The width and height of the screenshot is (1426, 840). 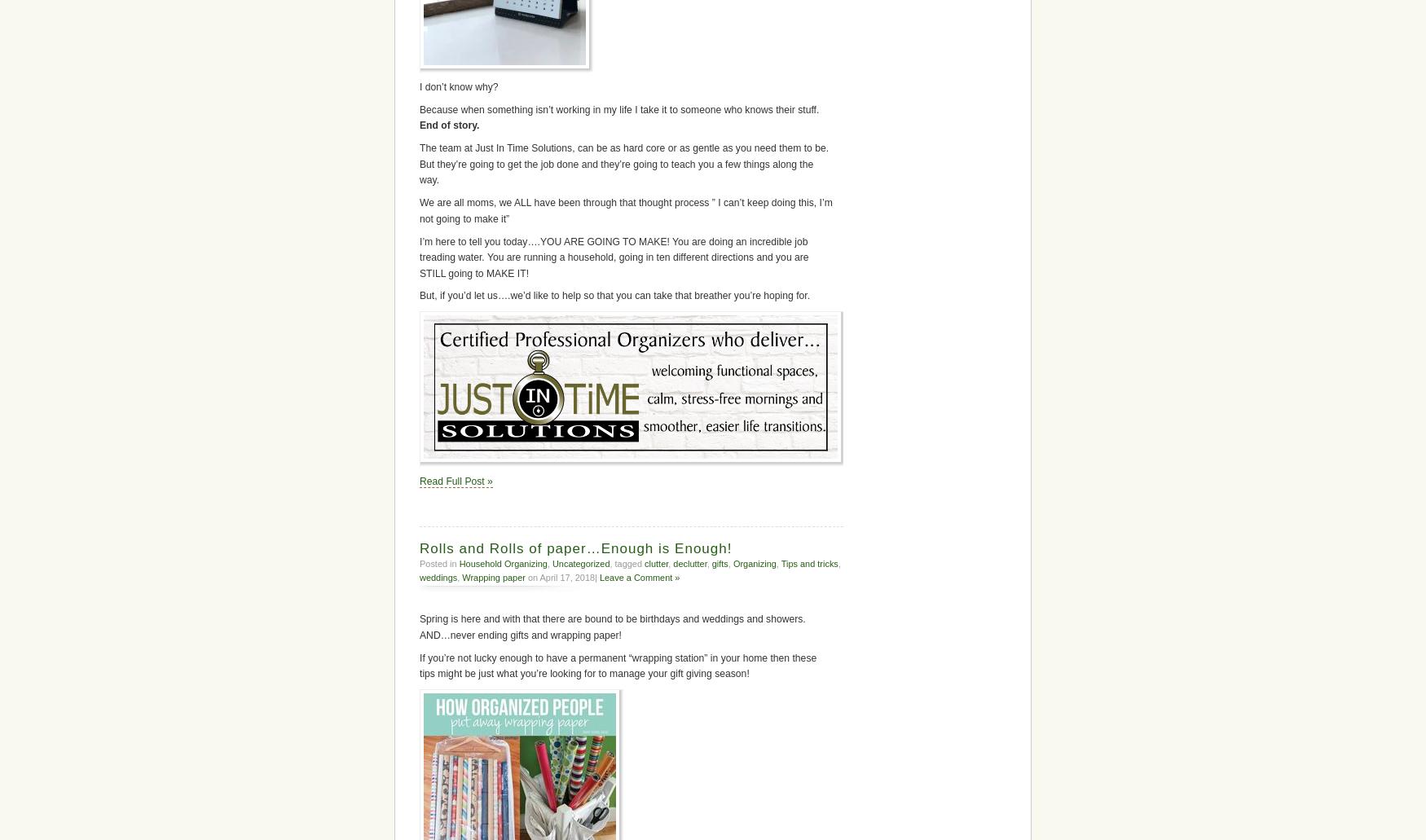 I want to click on 'The team at Just In Time Solutions, can be as hard core or as gentle as you need them to be. But they’re going to get the job done and they’re going to teach you a few things along the way.', so click(x=623, y=163).